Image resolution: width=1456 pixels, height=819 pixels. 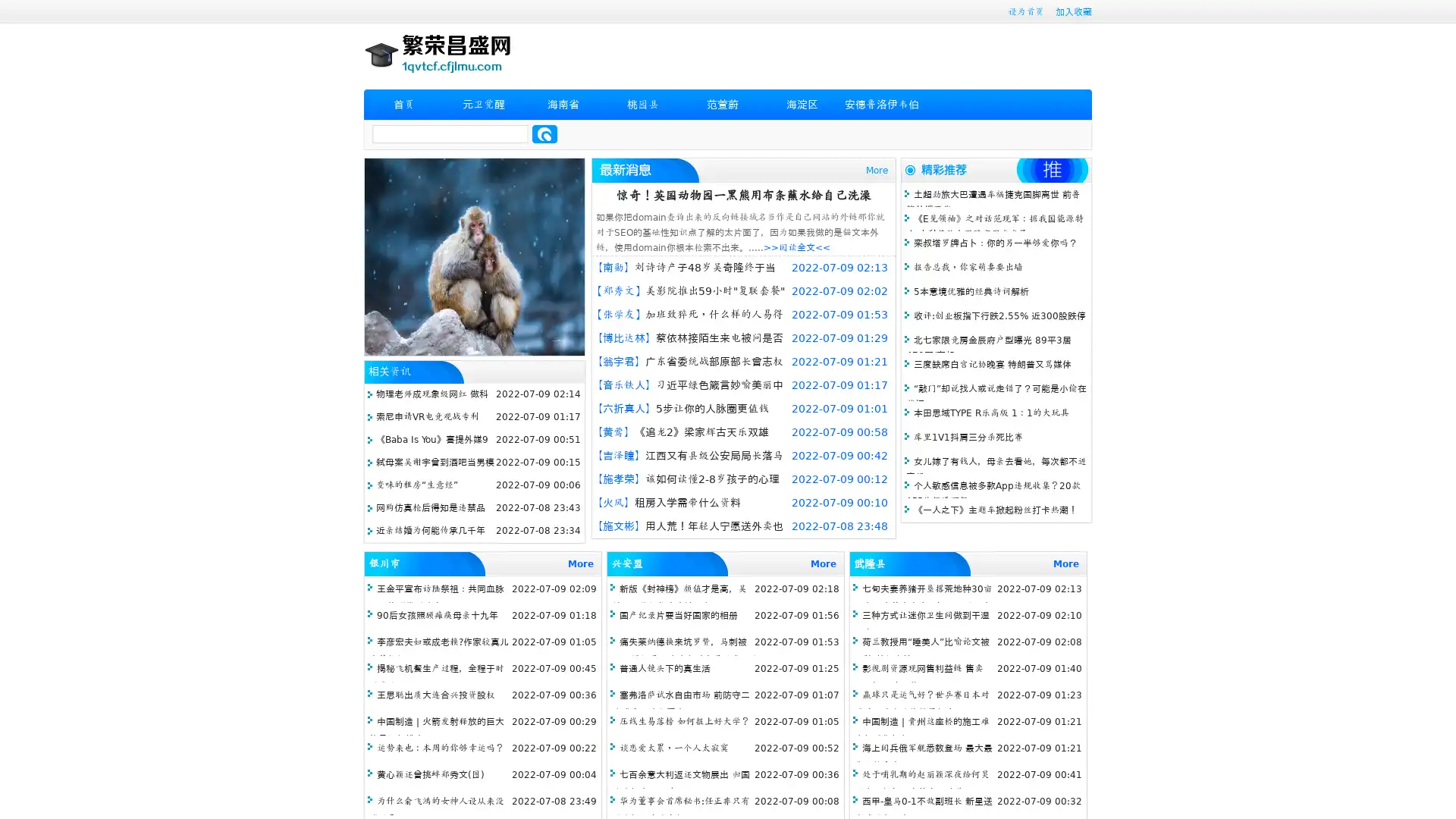 What do you see at coordinates (544, 133) in the screenshot?
I see `Search` at bounding box center [544, 133].